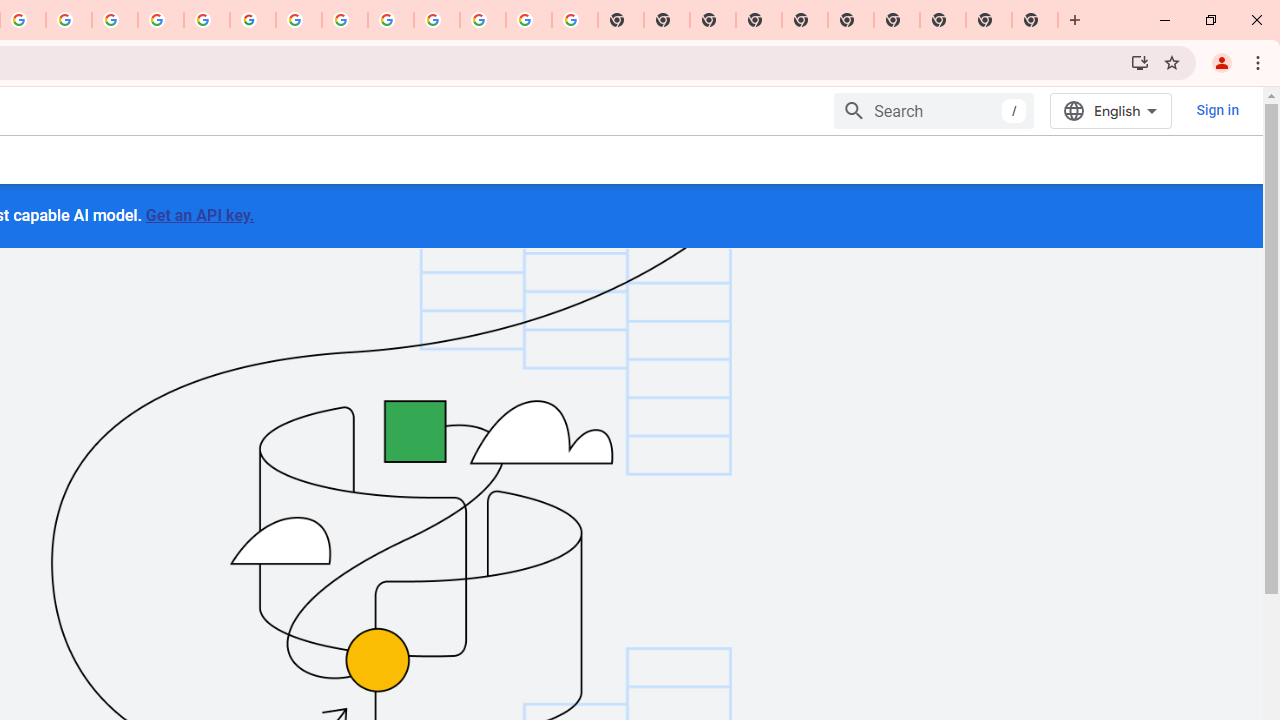 The image size is (1280, 720). Describe the element at coordinates (298, 20) in the screenshot. I see `'YouTube'` at that location.